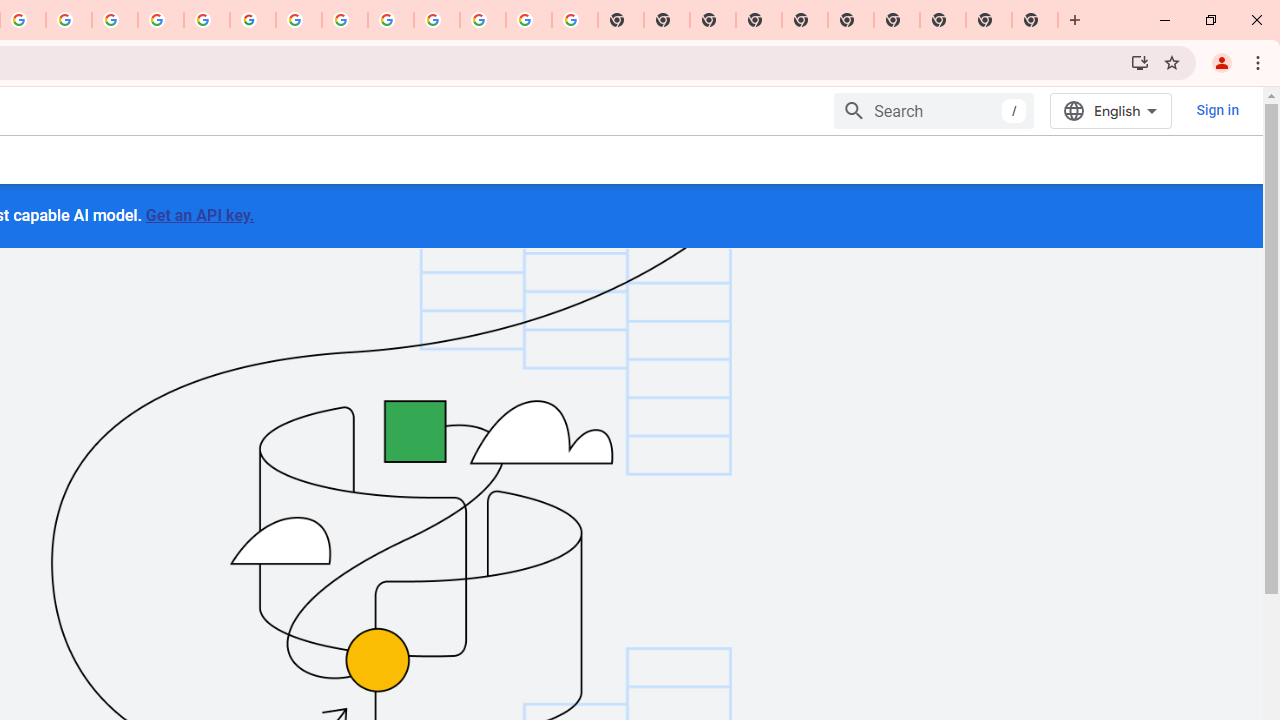 The image size is (1280, 720). Describe the element at coordinates (298, 20) in the screenshot. I see `'YouTube'` at that location.